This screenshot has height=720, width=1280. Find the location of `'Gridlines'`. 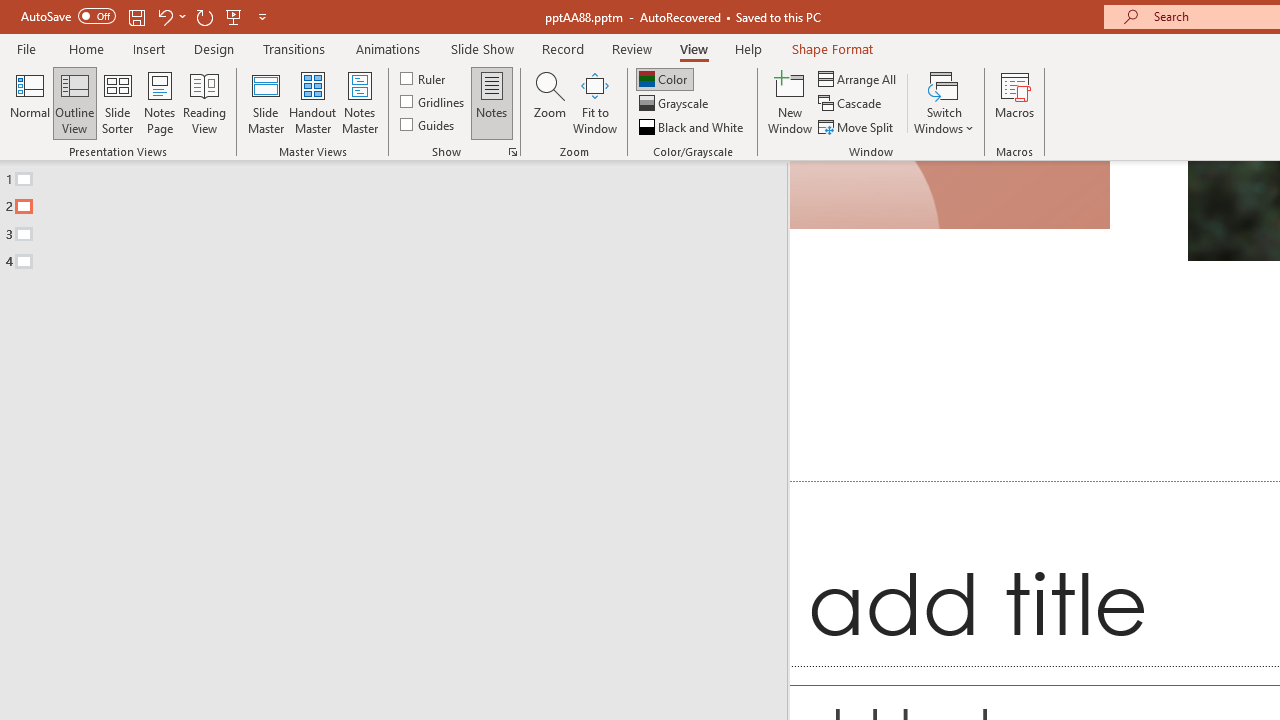

'Gridlines' is located at coordinates (432, 101).